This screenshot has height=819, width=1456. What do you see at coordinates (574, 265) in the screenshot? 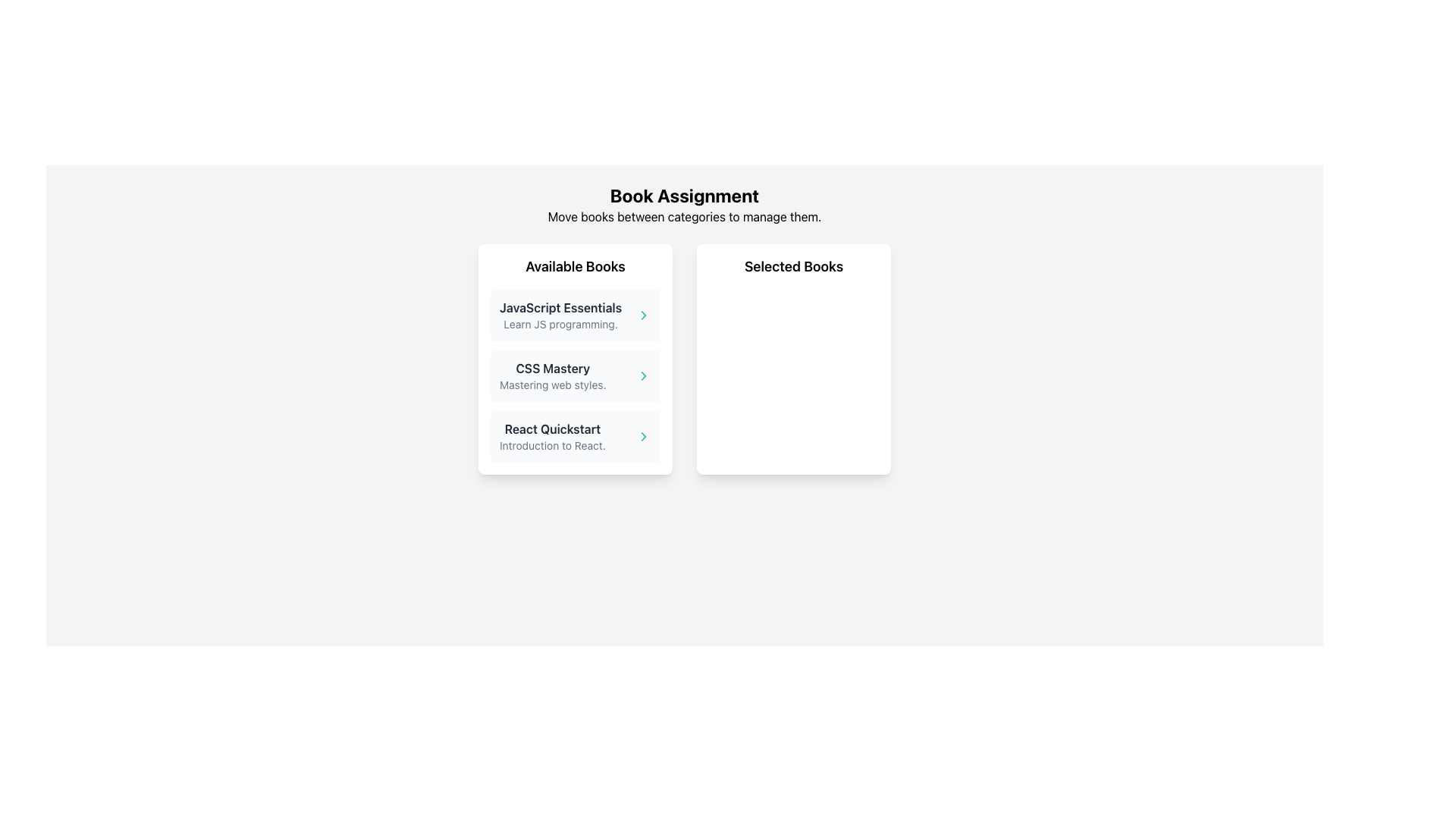
I see `the Text Label that serves as a title or header for the section listing 'Available Books'` at bounding box center [574, 265].